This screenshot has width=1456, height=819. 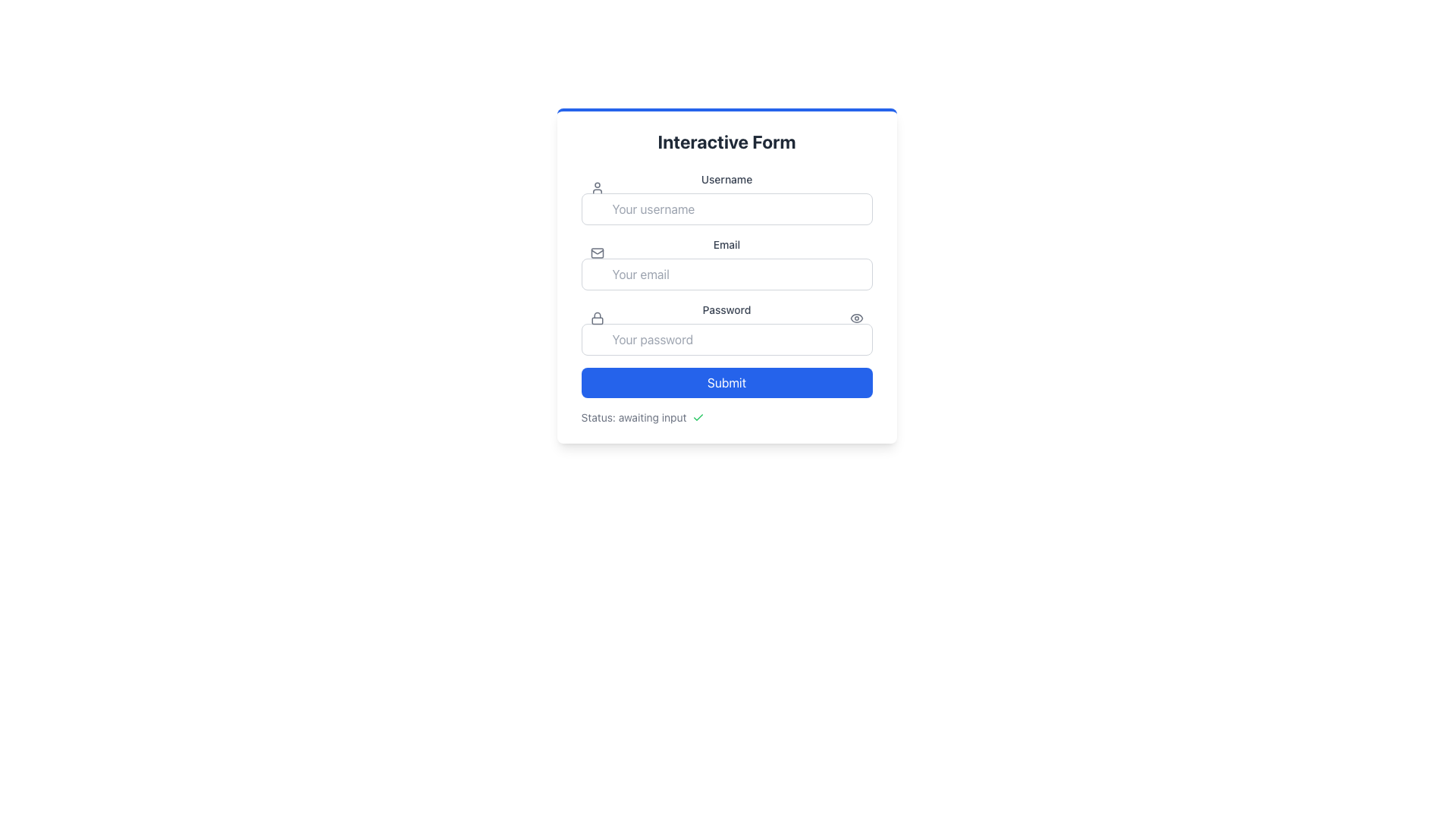 What do you see at coordinates (726, 309) in the screenshot?
I see `the 'Password' label, which is a medium-sized, gray-colored text displayed above the password input field in the bottom half of the form` at bounding box center [726, 309].